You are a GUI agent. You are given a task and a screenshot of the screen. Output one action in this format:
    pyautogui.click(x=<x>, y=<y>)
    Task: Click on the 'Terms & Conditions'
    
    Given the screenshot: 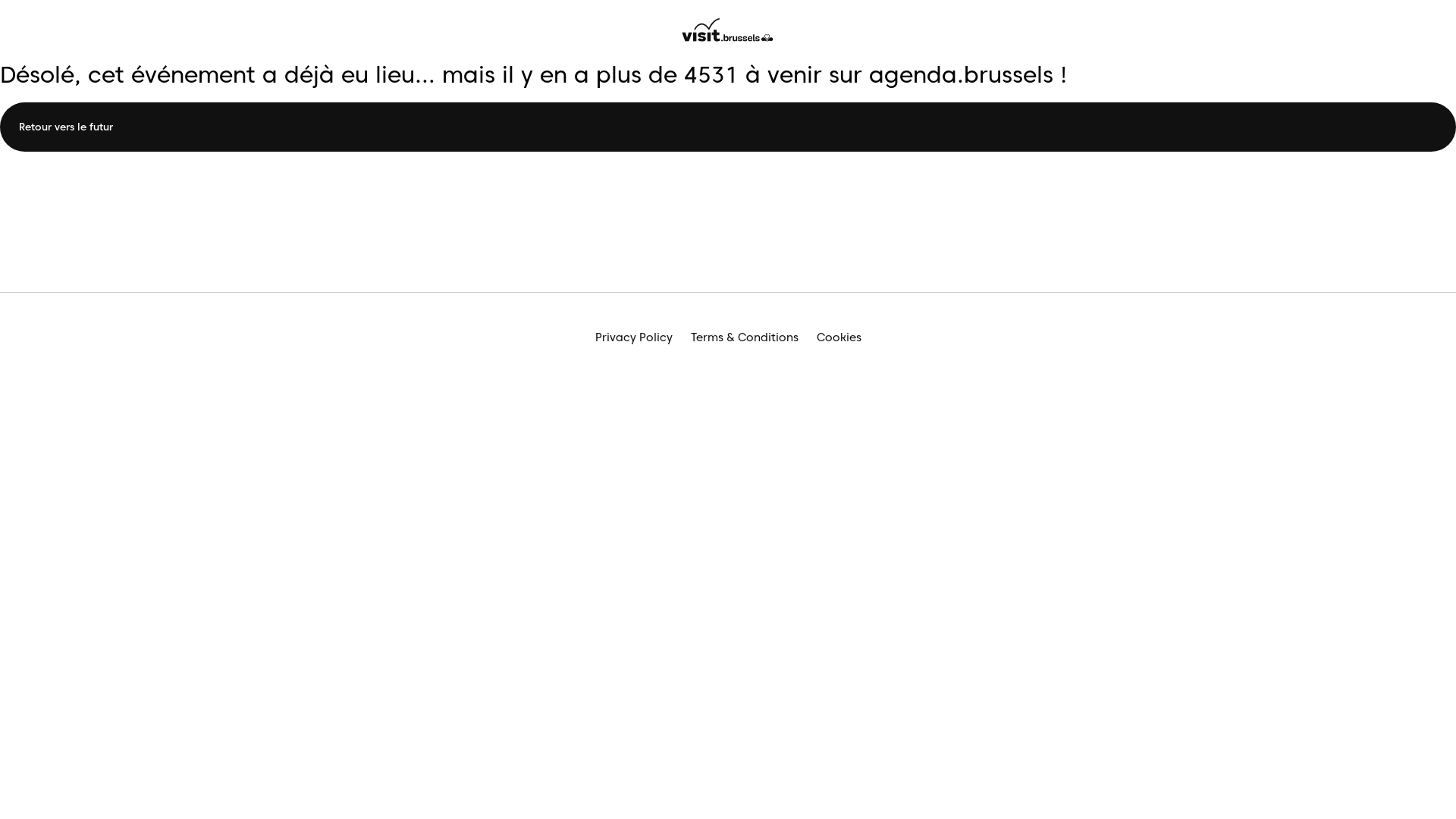 What is the action you would take?
    pyautogui.click(x=743, y=337)
    